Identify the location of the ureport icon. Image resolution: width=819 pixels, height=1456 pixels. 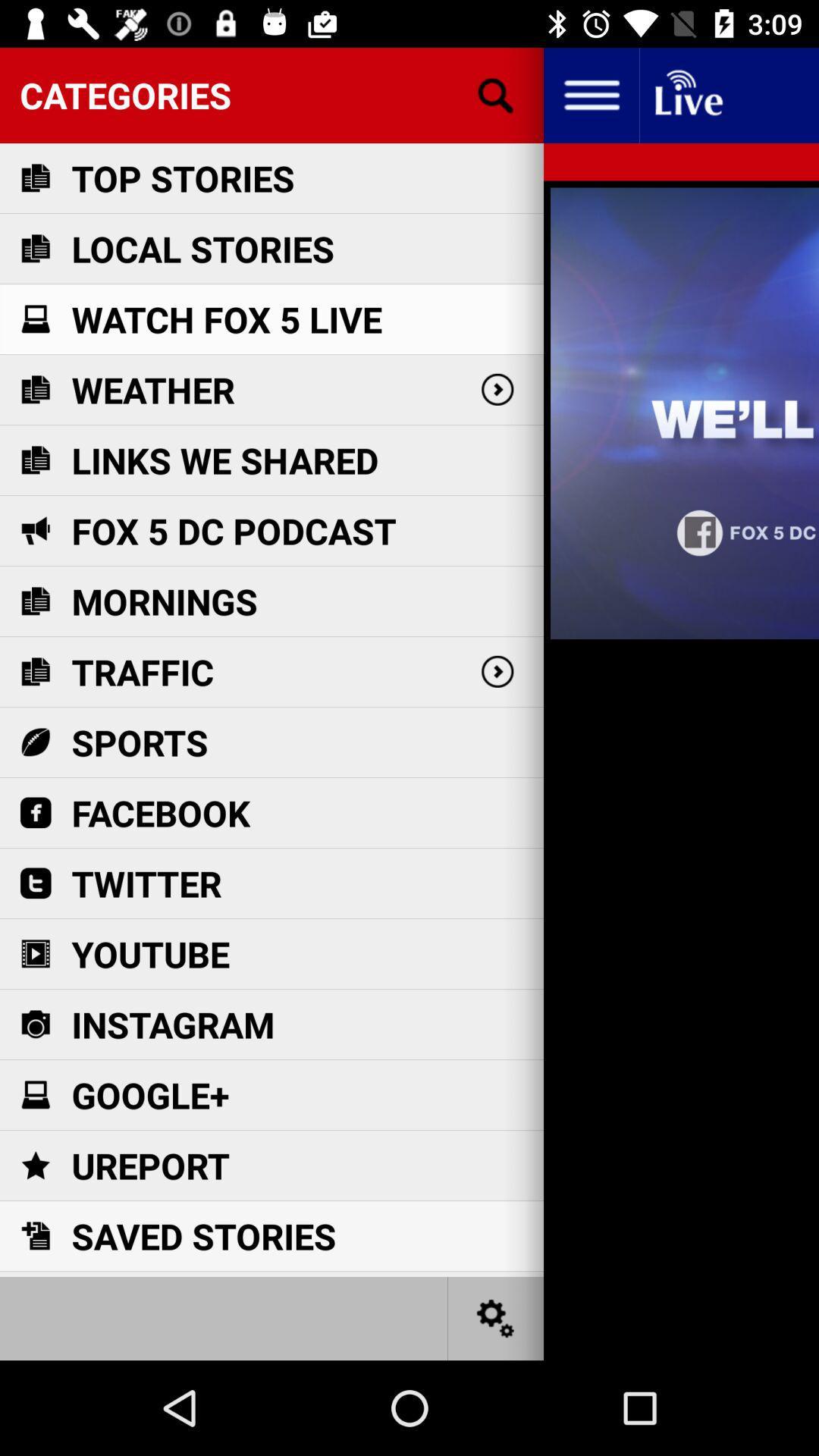
(150, 1165).